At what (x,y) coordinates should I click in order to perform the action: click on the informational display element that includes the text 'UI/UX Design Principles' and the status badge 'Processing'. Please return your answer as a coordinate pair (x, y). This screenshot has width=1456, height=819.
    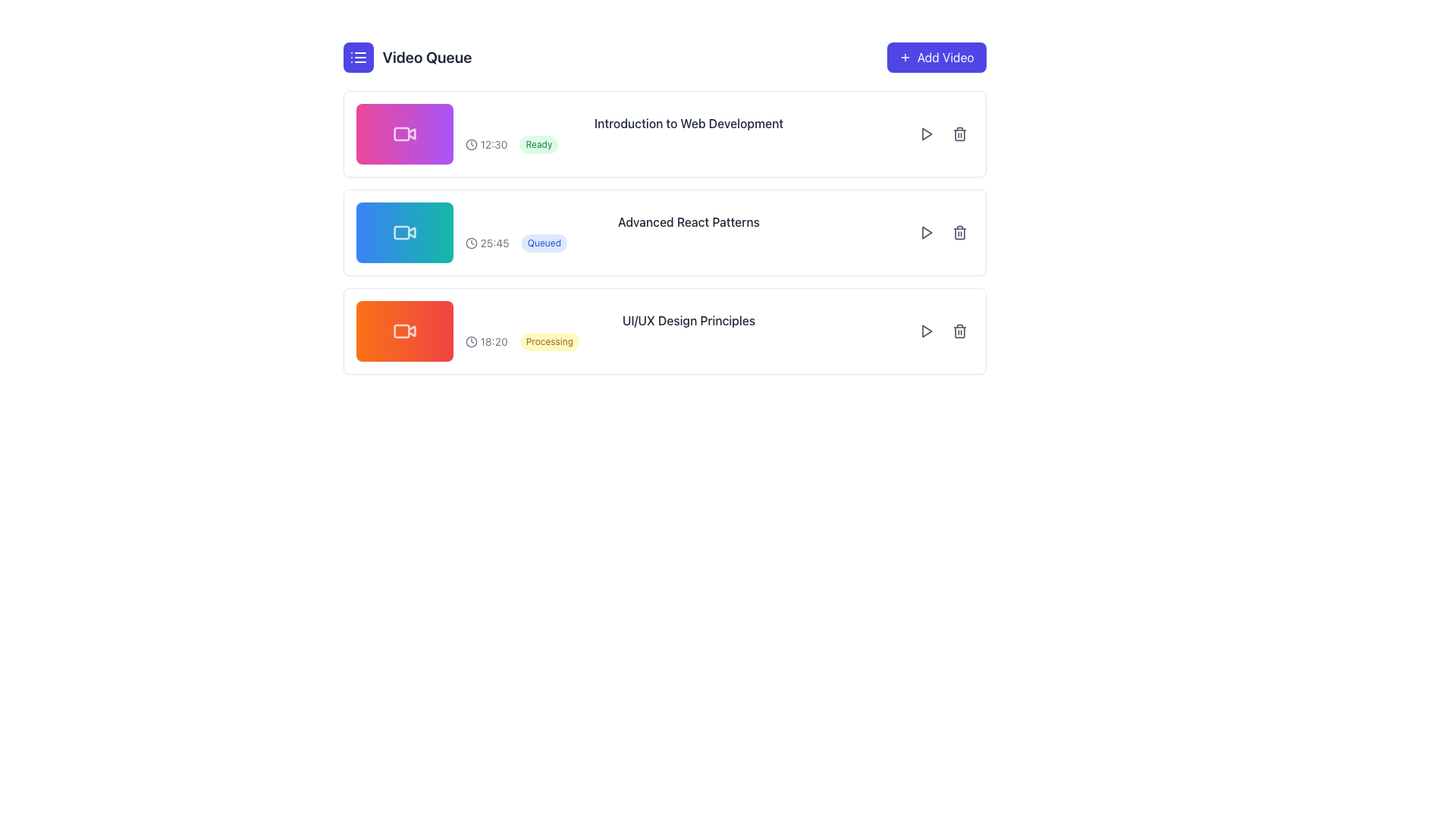
    Looking at the image, I should click on (688, 330).